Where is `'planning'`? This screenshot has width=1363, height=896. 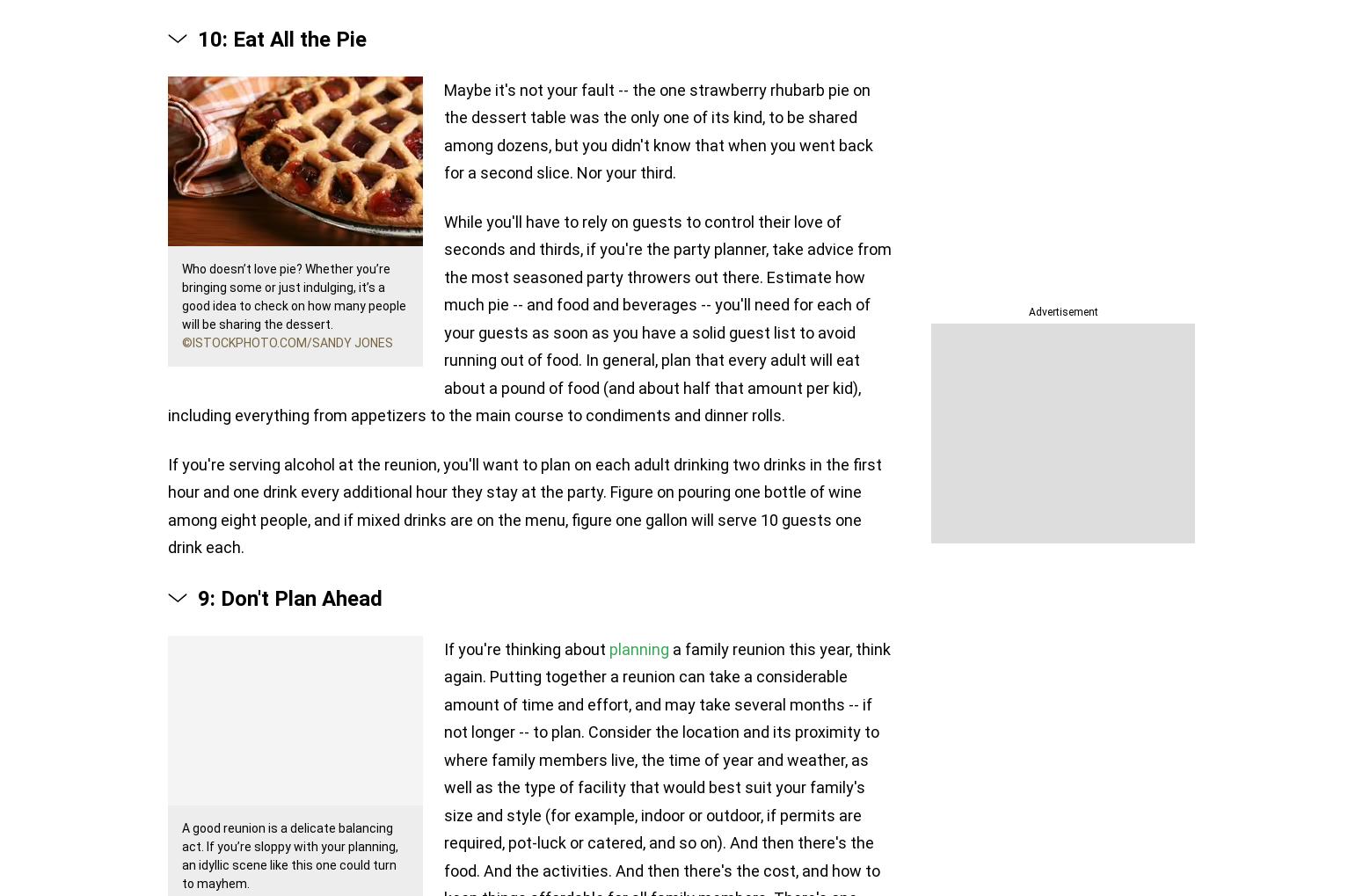
'planning' is located at coordinates (638, 648).